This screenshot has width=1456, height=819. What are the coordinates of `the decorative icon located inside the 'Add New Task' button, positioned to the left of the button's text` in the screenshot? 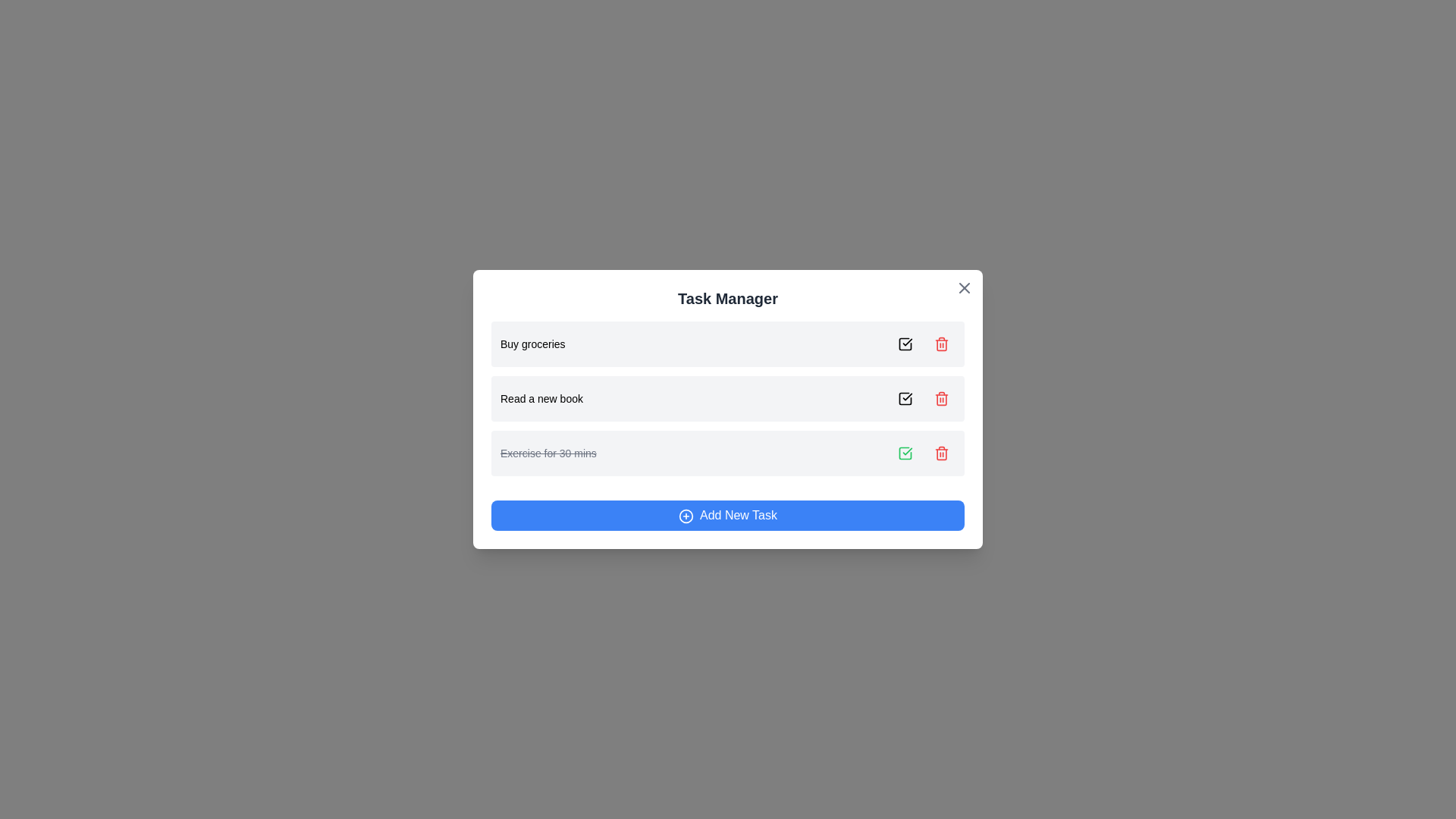 It's located at (686, 514).